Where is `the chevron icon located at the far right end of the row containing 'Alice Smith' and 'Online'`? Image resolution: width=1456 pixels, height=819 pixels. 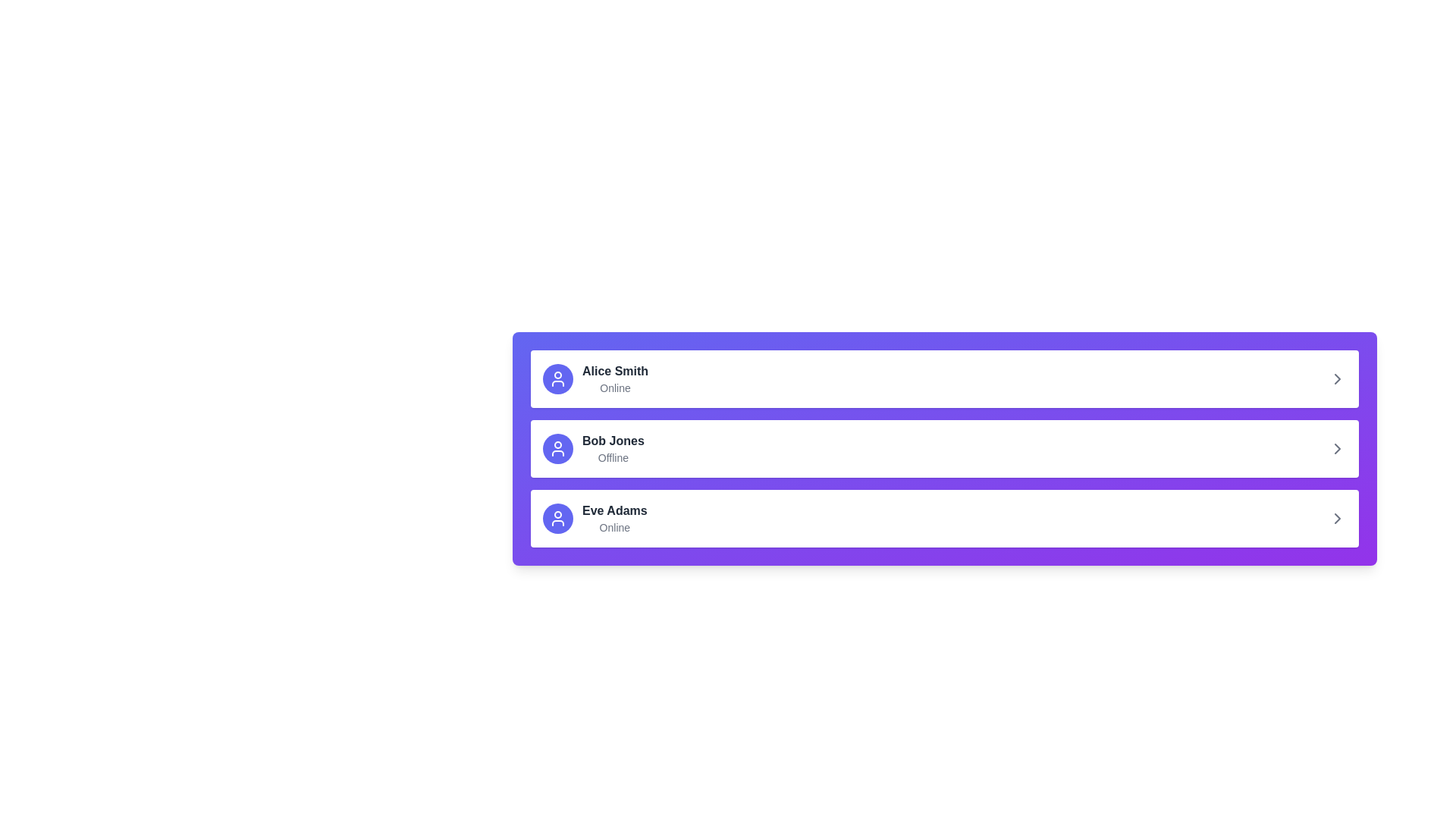 the chevron icon located at the far right end of the row containing 'Alice Smith' and 'Online' is located at coordinates (1337, 378).